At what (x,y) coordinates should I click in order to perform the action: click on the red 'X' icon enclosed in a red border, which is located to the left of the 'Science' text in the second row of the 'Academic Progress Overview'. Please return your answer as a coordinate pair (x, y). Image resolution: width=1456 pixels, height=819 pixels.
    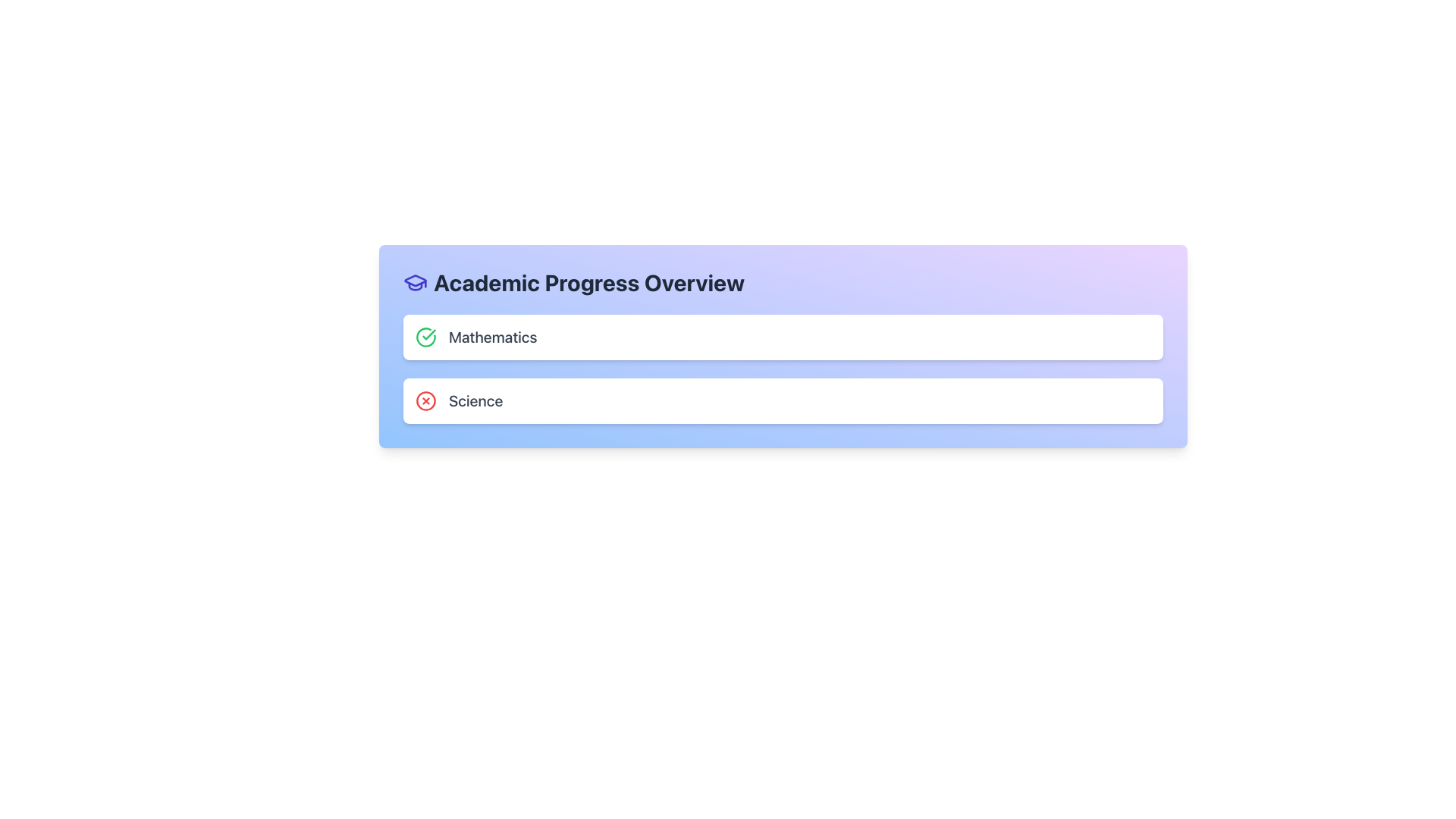
    Looking at the image, I should click on (425, 400).